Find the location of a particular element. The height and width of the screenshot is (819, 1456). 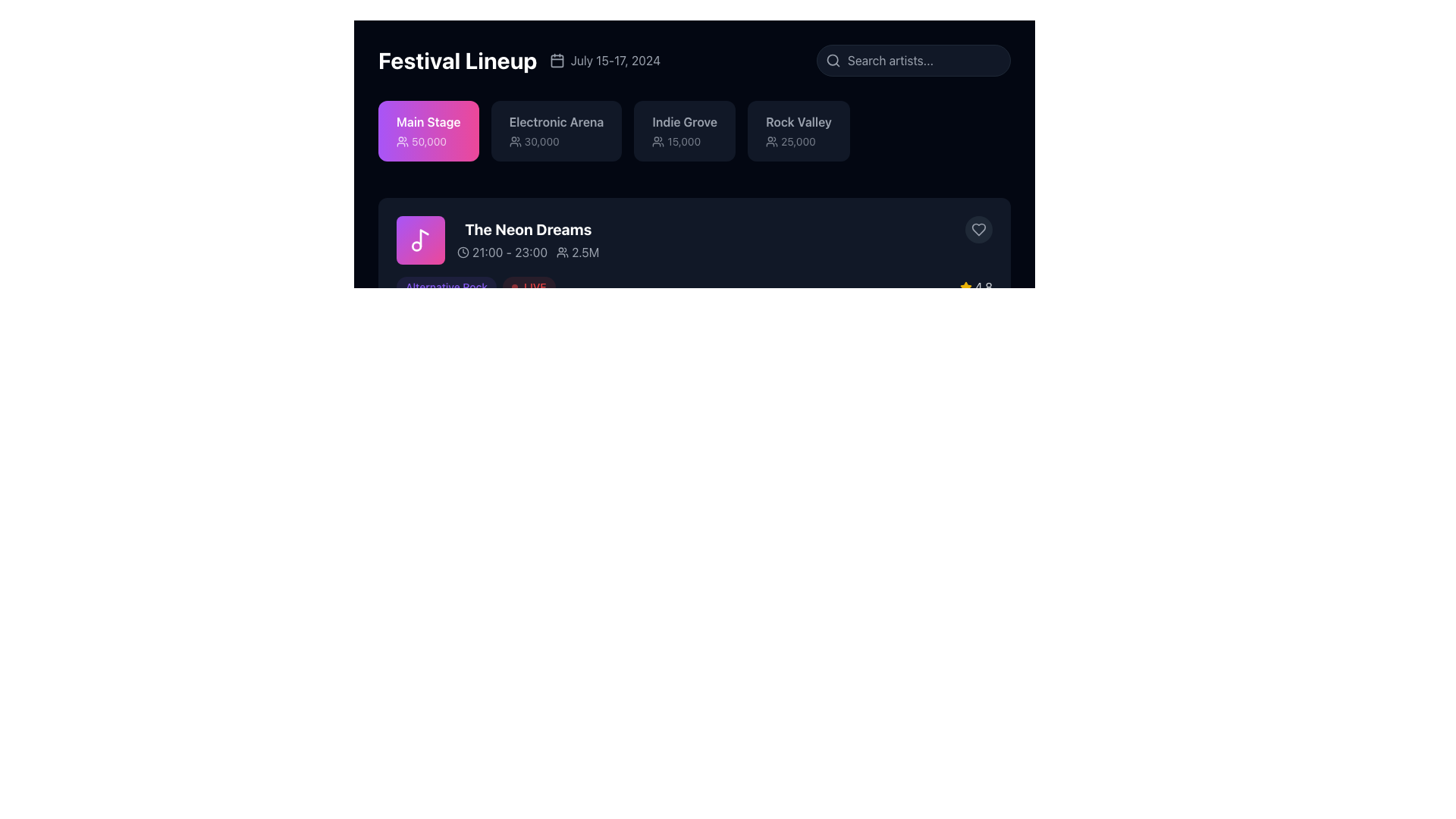

the calendar icon located at the top bar, to the left of the text 'July 15-17, 2024' is located at coordinates (556, 60).